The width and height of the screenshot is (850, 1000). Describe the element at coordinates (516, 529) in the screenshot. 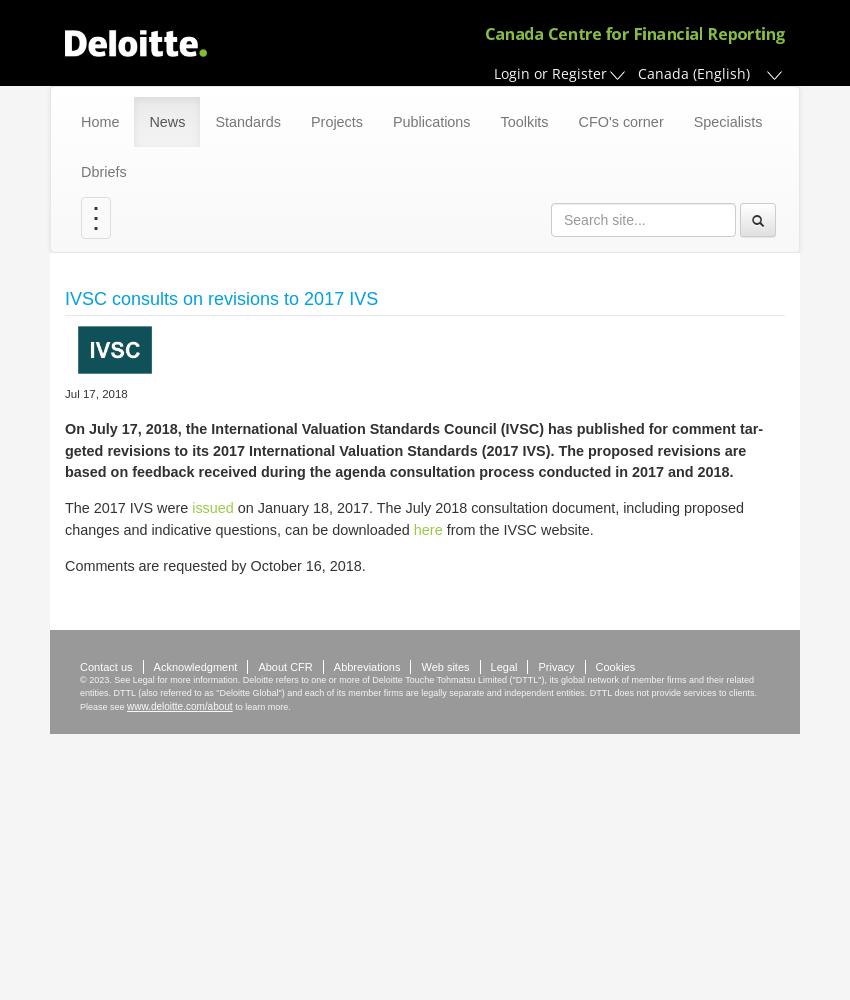

I see `'from the IVSC web­site.'` at that location.